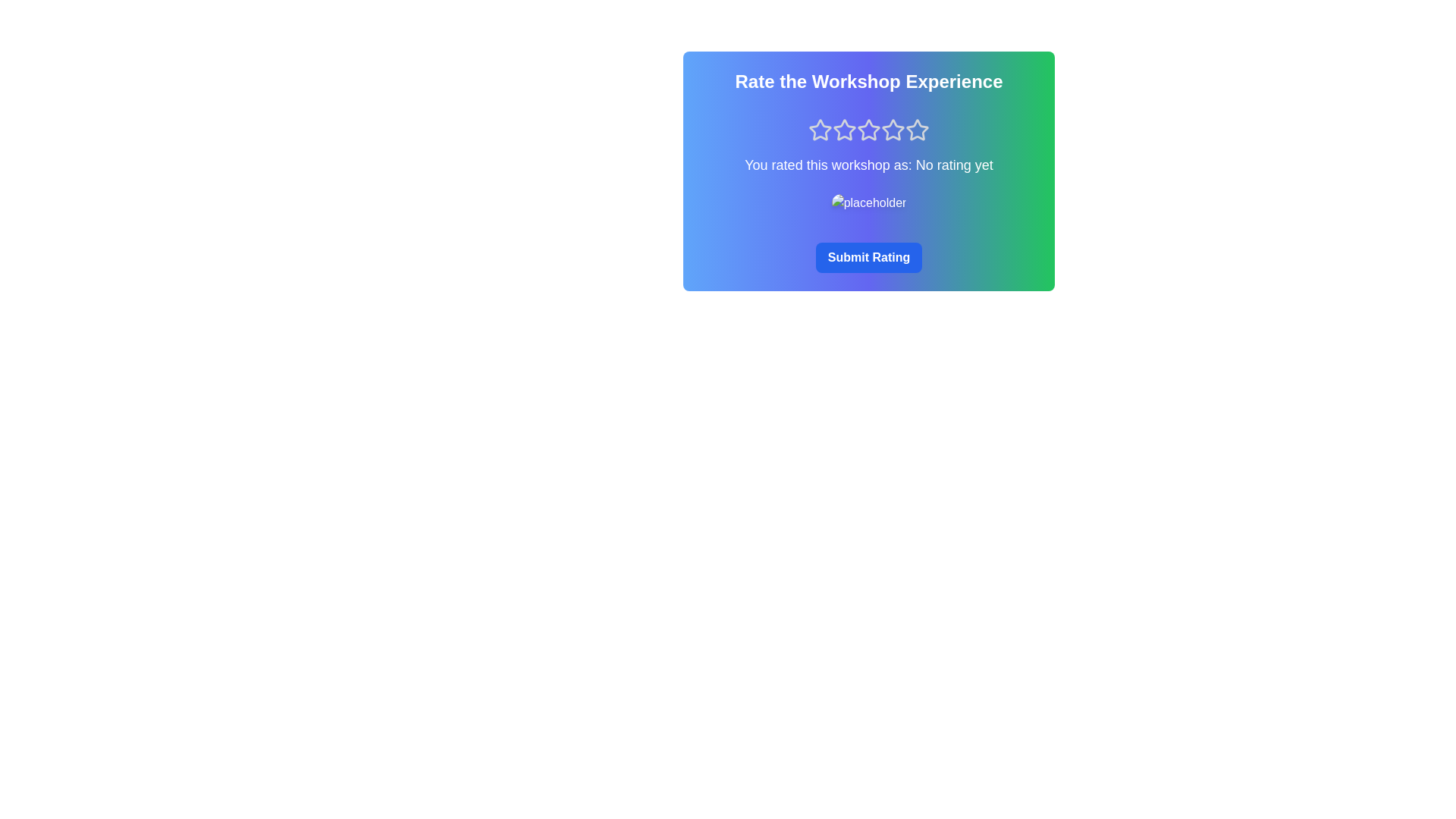  What do you see at coordinates (819, 130) in the screenshot?
I see `the star corresponding to 1 stars to preview the rating` at bounding box center [819, 130].